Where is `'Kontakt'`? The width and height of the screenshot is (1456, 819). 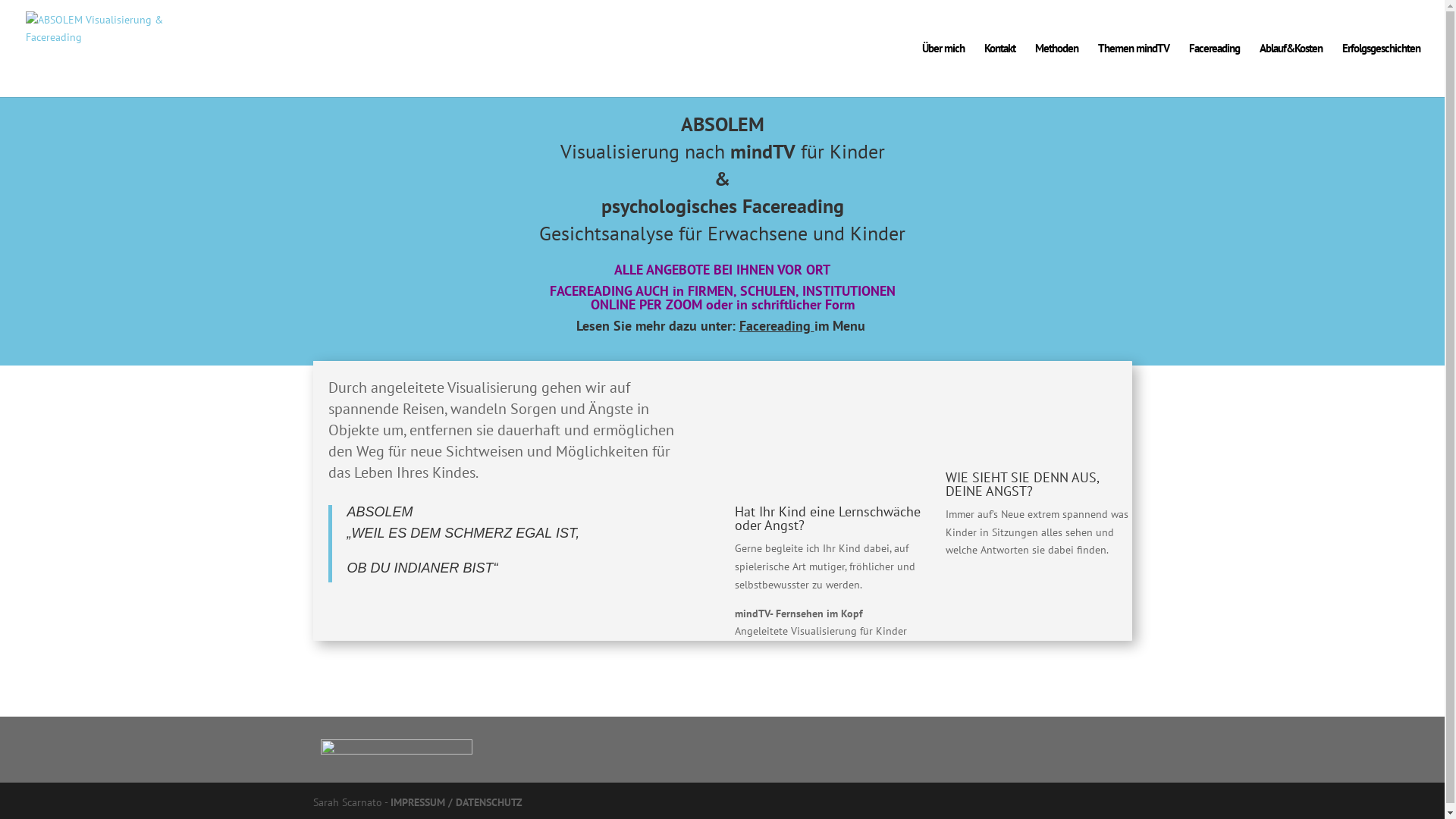 'Kontakt' is located at coordinates (984, 70).